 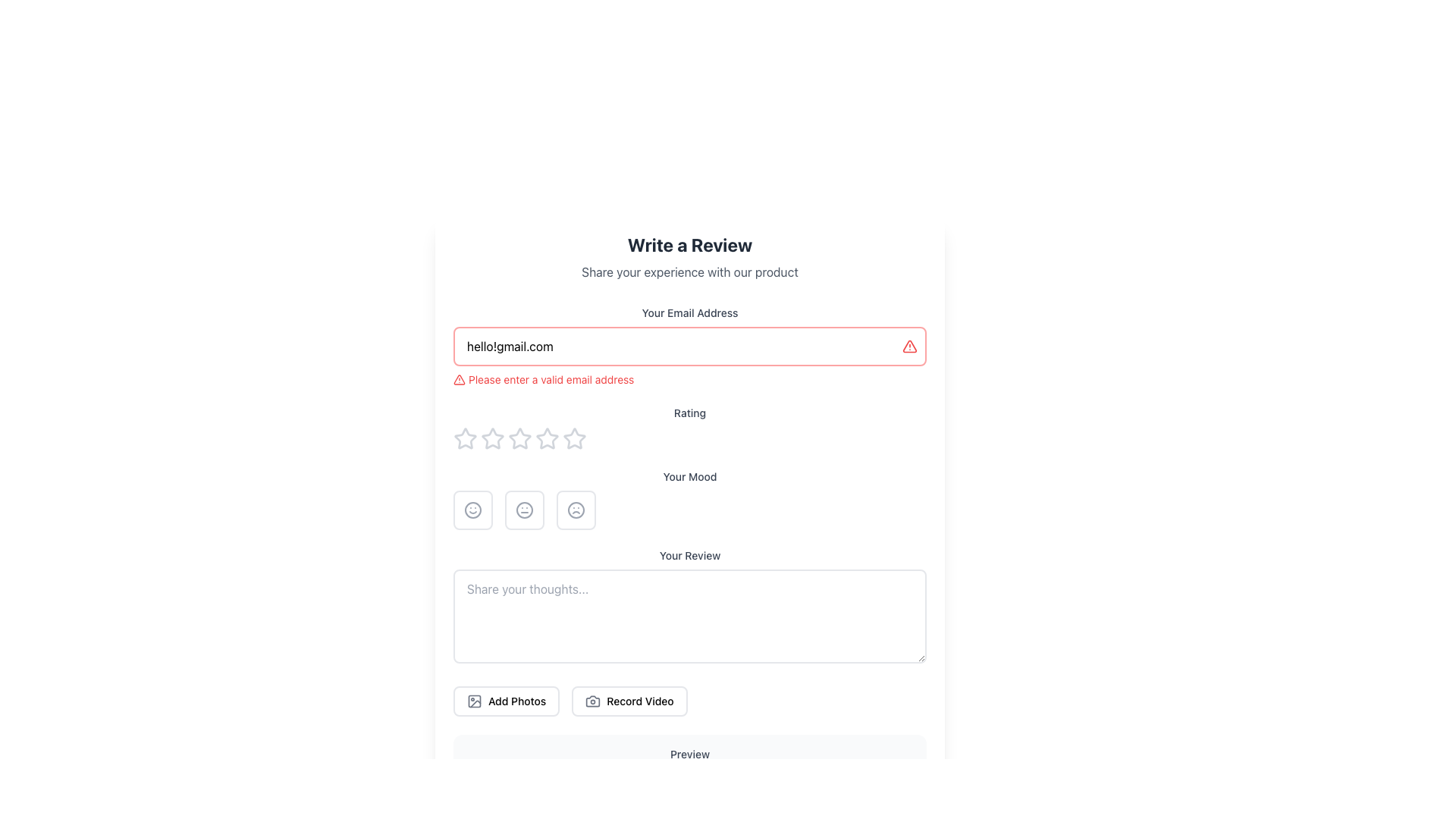 I want to click on the Progress indicator or placeholder bar, which is a gray rectangular bar with rounded corners, measuring 96 pixels wide and 12 pixels high, located towards the bottom portion of the interface, so click(x=556, y=789).